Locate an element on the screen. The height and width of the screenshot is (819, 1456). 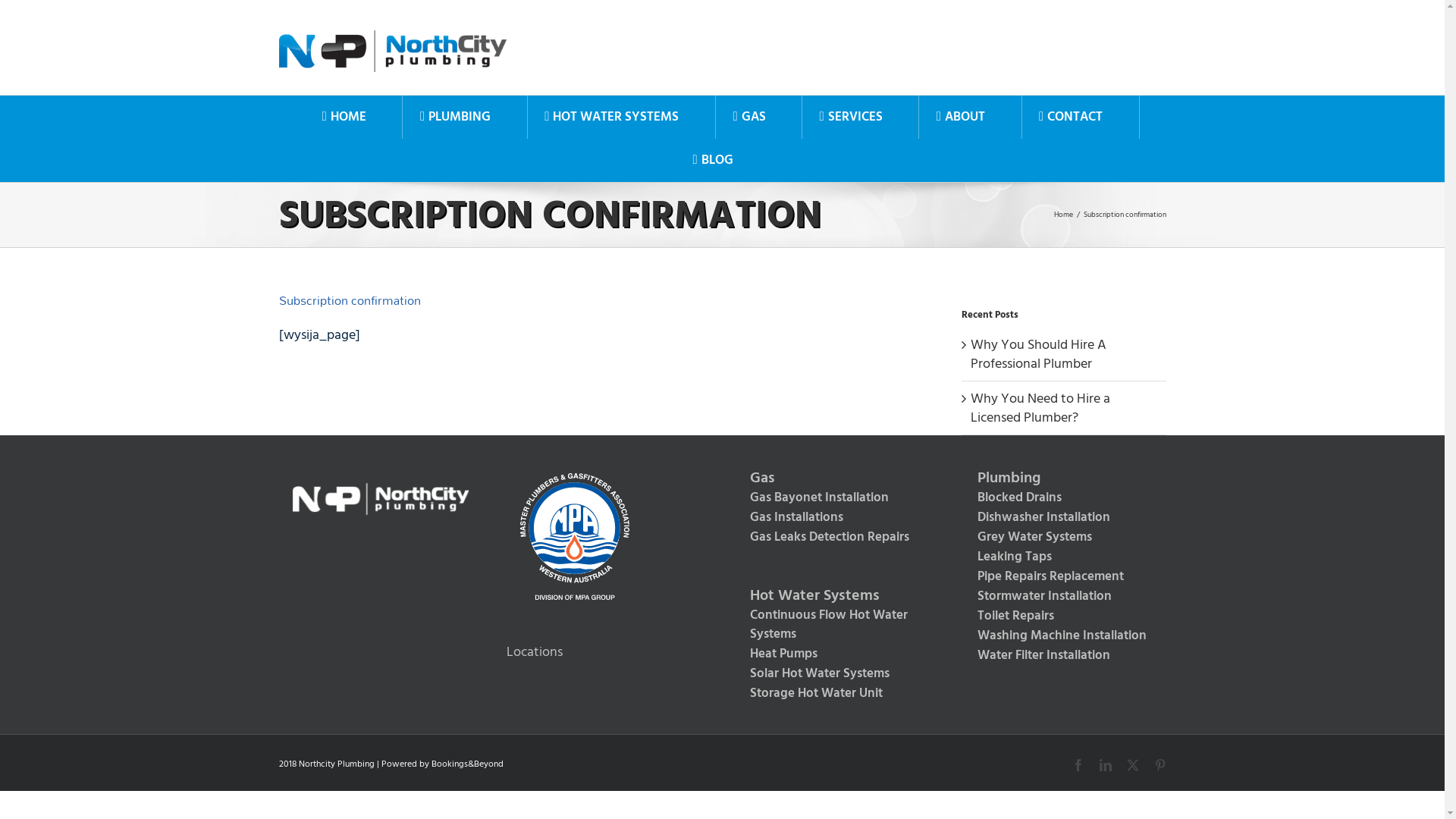
'HOME' is located at coordinates (304, 116).